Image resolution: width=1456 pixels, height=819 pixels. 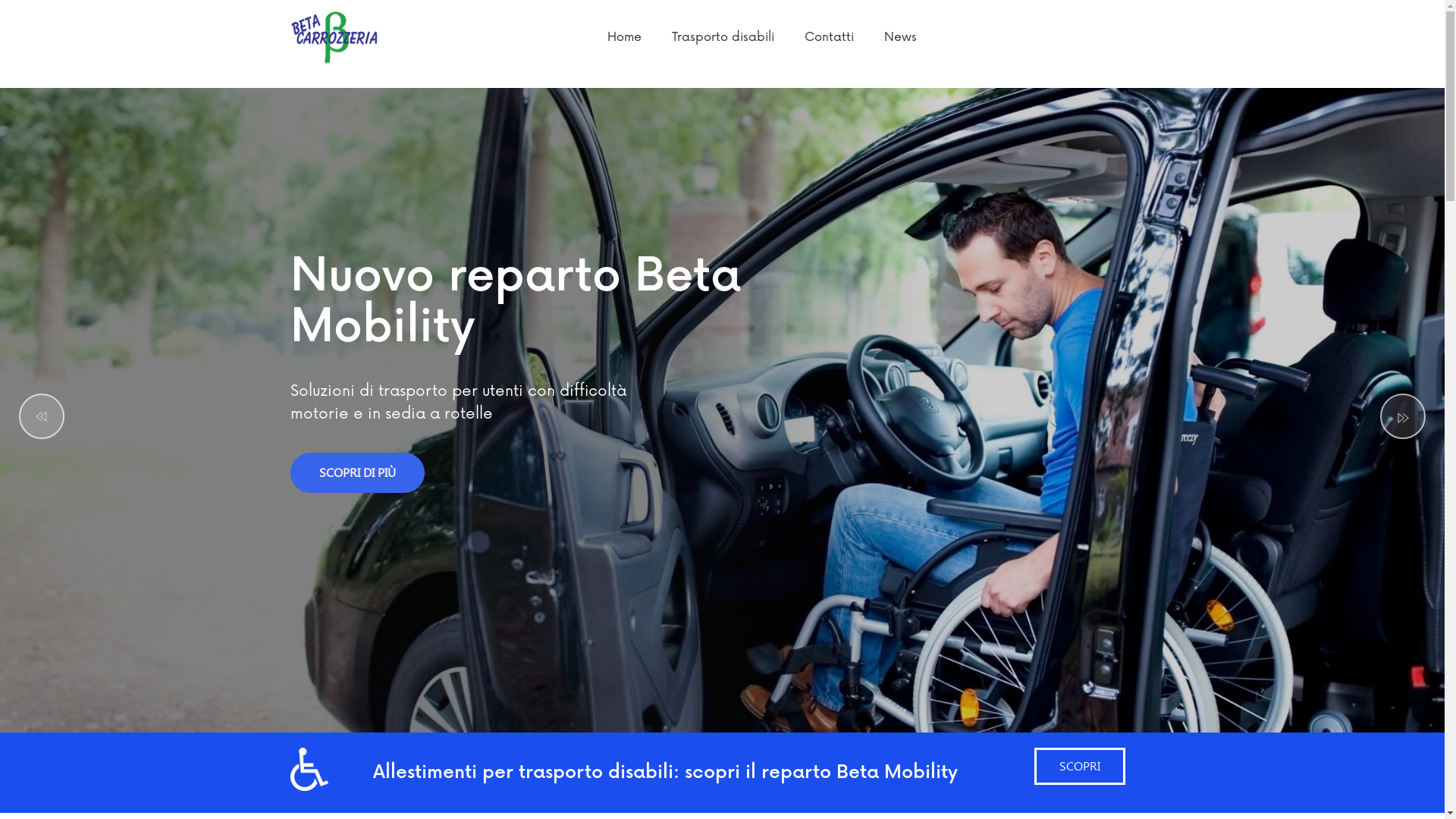 What do you see at coordinates (1033, 766) in the screenshot?
I see `'SCOPRI'` at bounding box center [1033, 766].